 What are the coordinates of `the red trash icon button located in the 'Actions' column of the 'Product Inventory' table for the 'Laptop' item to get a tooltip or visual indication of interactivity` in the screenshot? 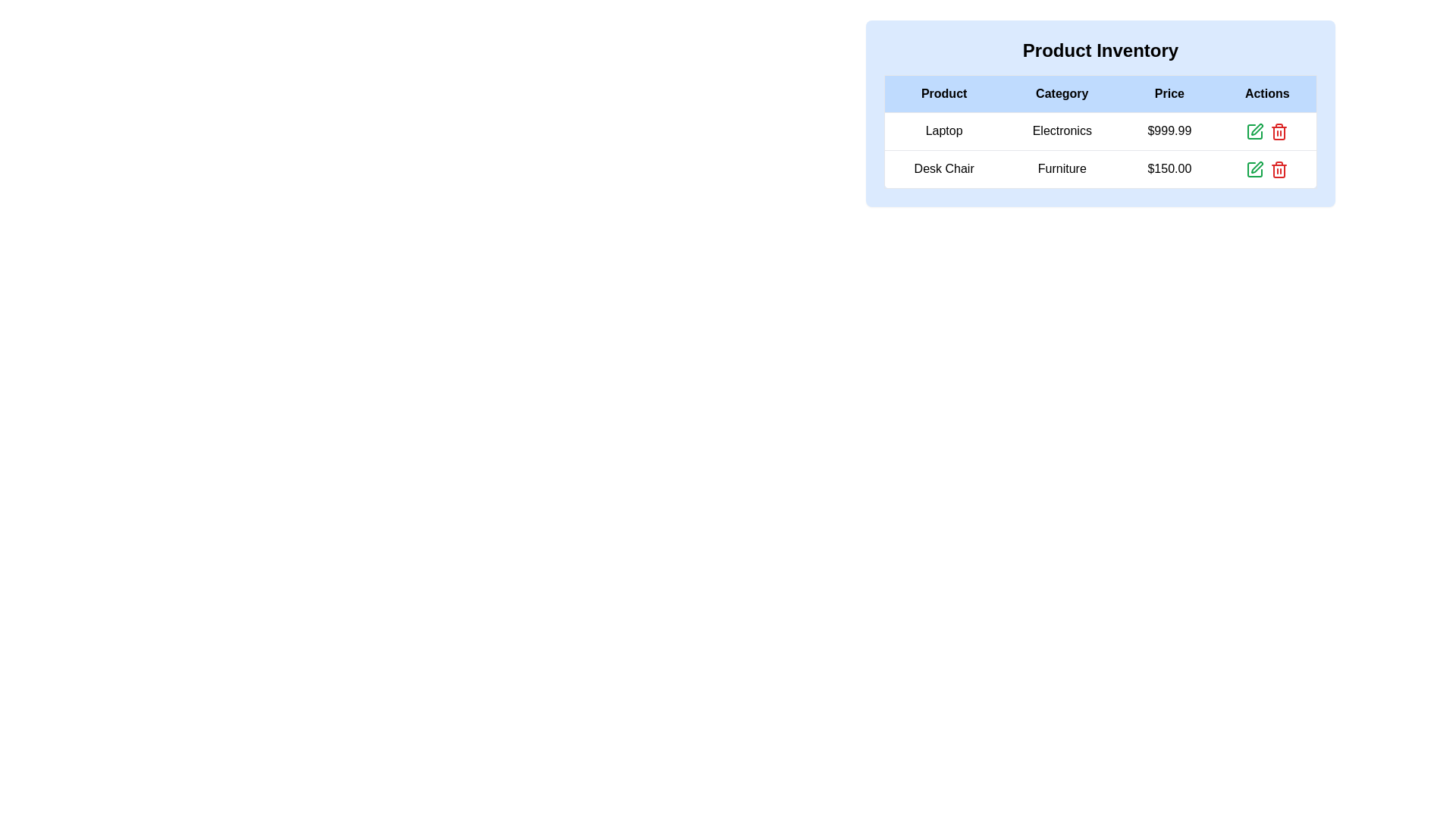 It's located at (1279, 130).